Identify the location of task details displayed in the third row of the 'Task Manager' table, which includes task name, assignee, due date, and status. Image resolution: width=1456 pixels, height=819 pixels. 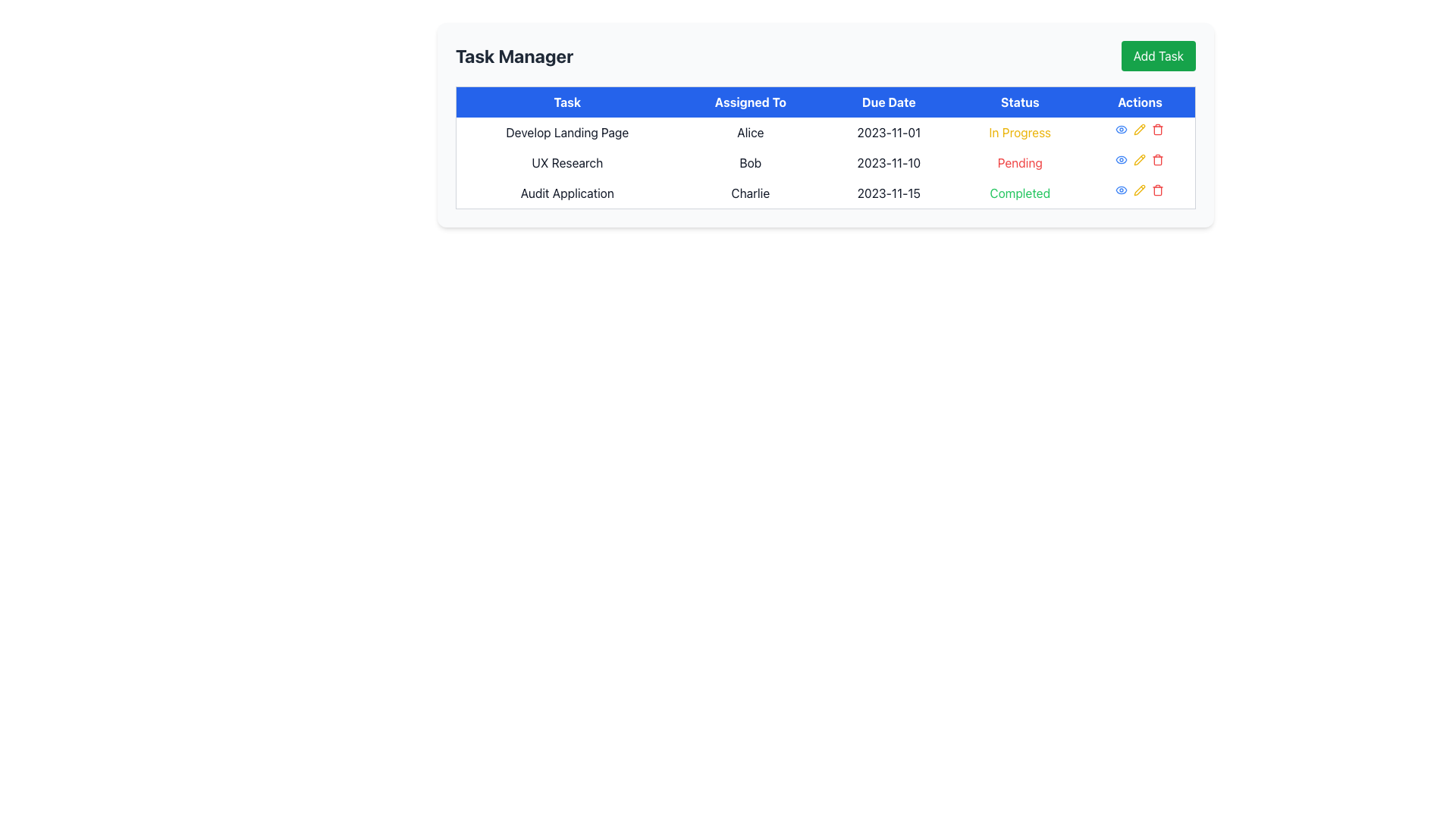
(825, 192).